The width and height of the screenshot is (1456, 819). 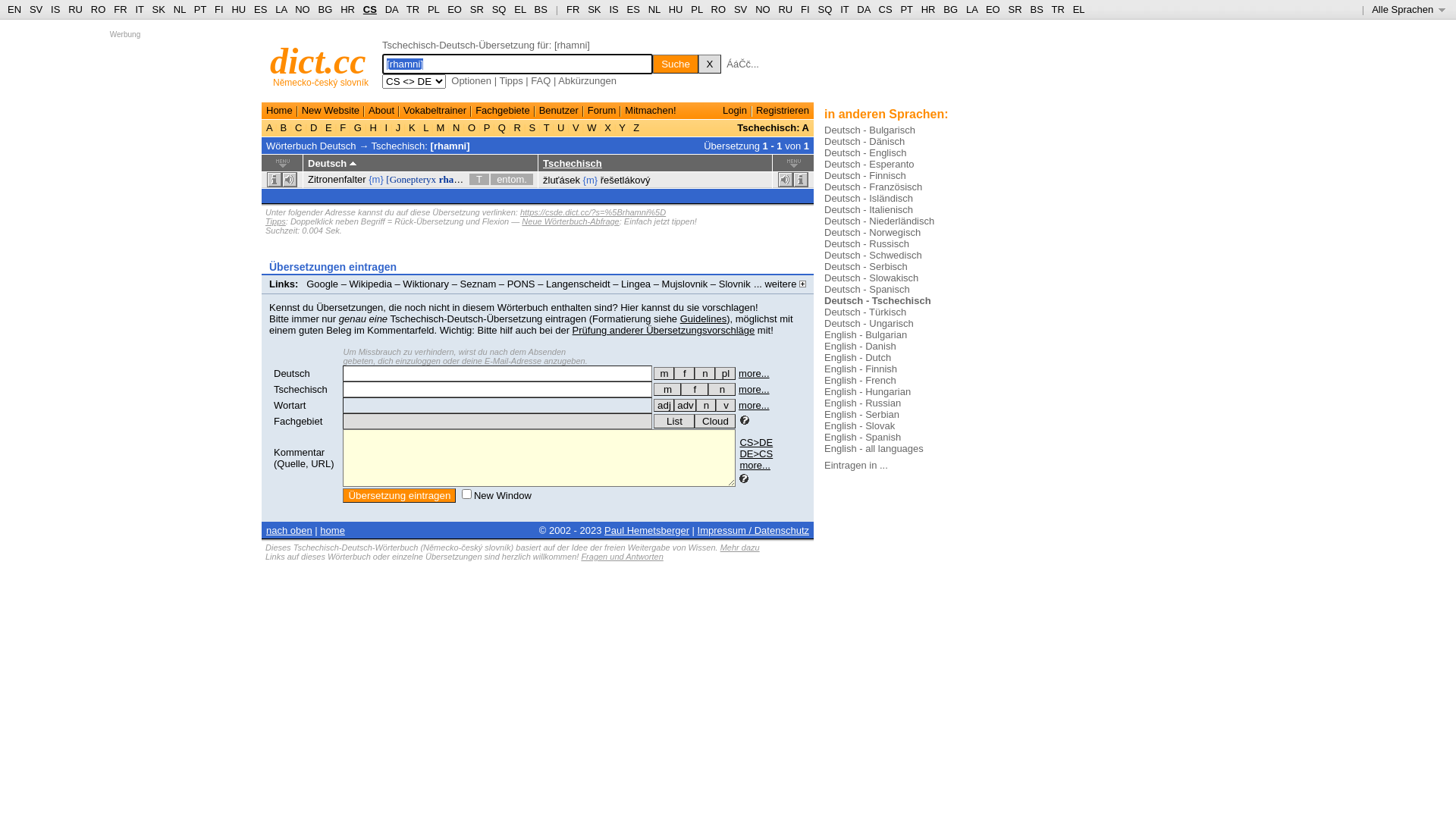 What do you see at coordinates (289, 529) in the screenshot?
I see `'nach oben'` at bounding box center [289, 529].